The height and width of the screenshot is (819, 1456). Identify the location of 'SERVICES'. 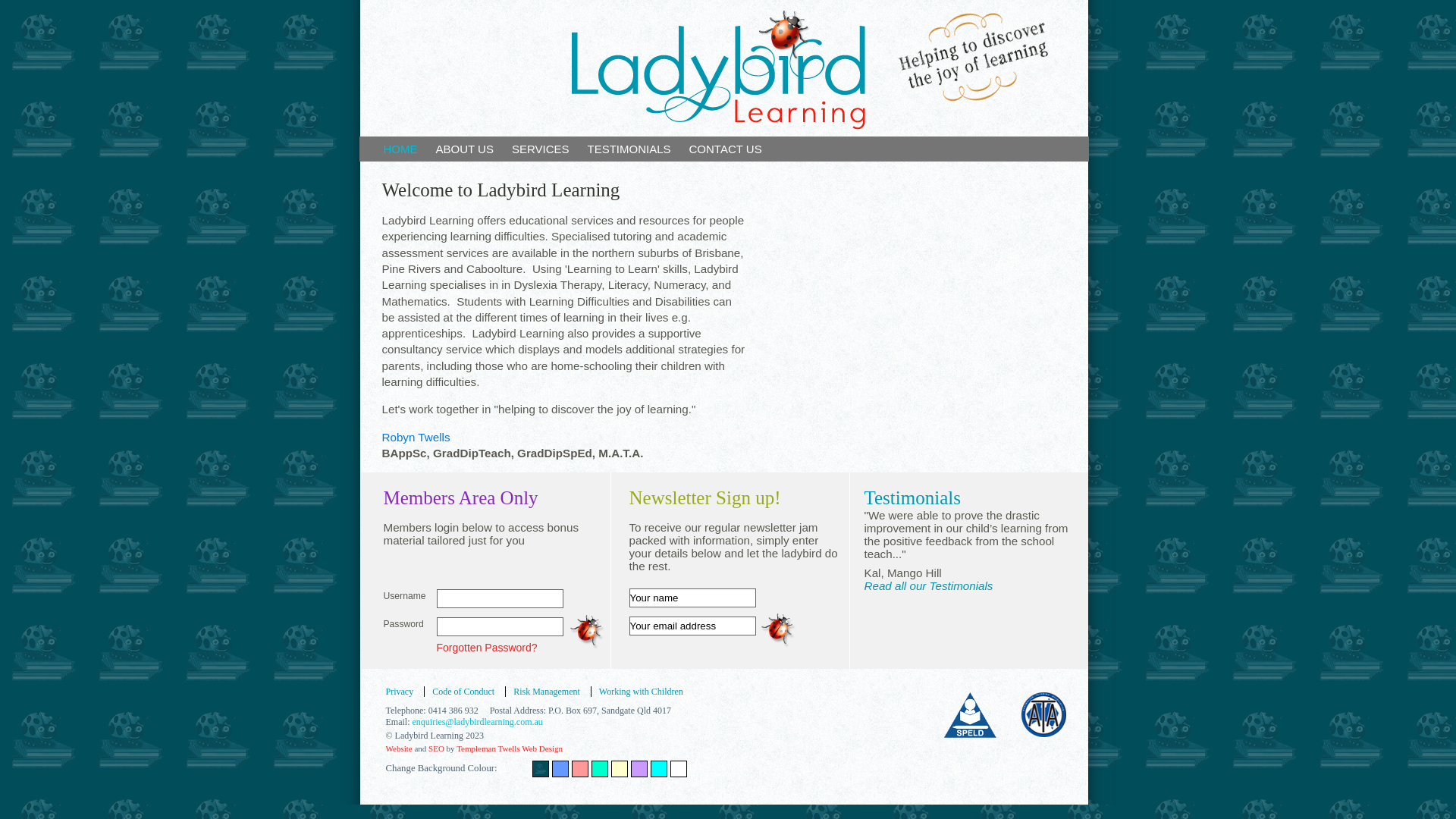
(541, 149).